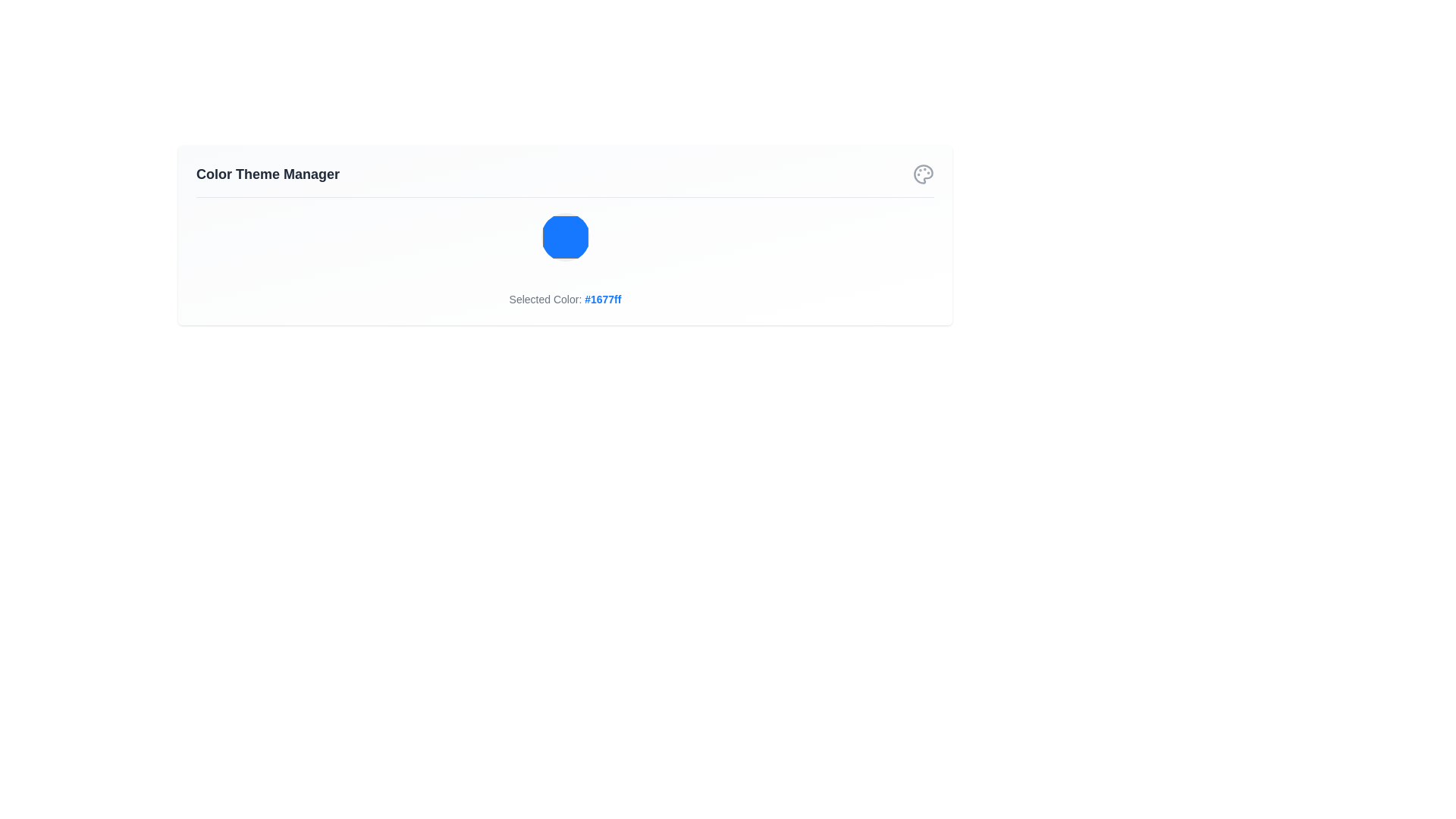  I want to click on the palette icon in the 'Color Theme Manager' section, so click(923, 174).